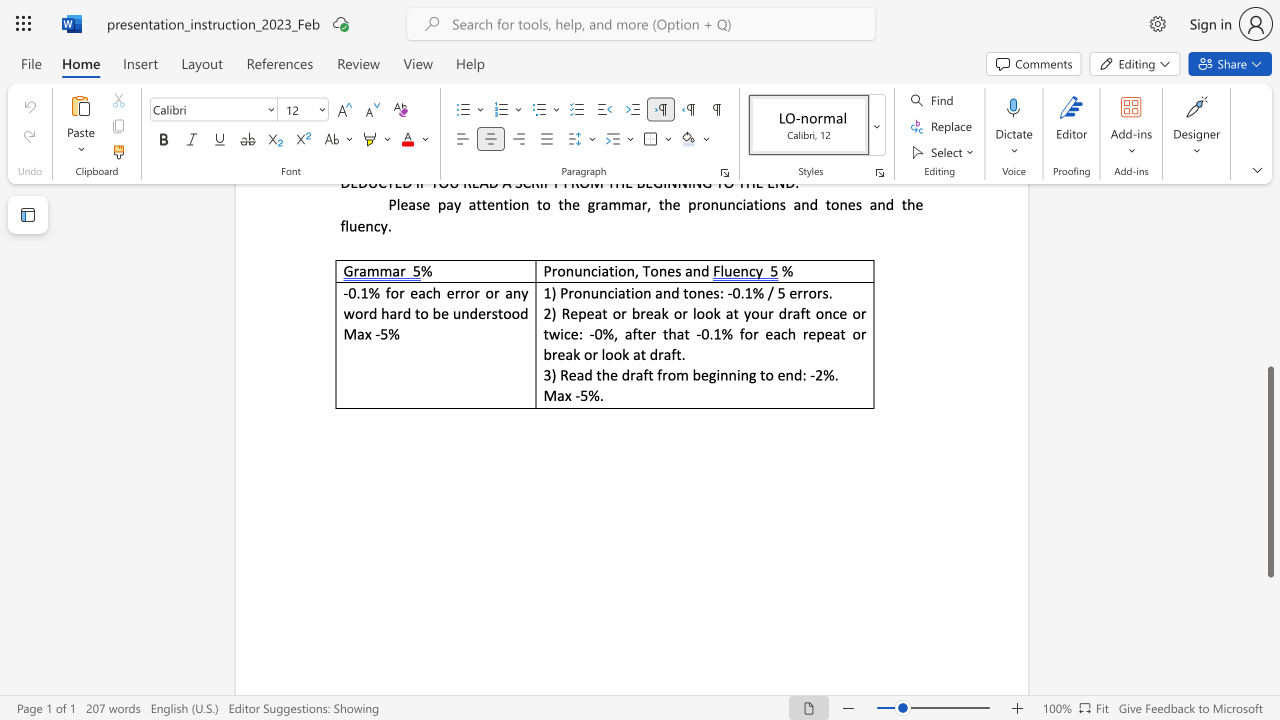 The width and height of the screenshot is (1280, 720). What do you see at coordinates (1269, 472) in the screenshot?
I see `the scrollbar and move down 160 pixels` at bounding box center [1269, 472].